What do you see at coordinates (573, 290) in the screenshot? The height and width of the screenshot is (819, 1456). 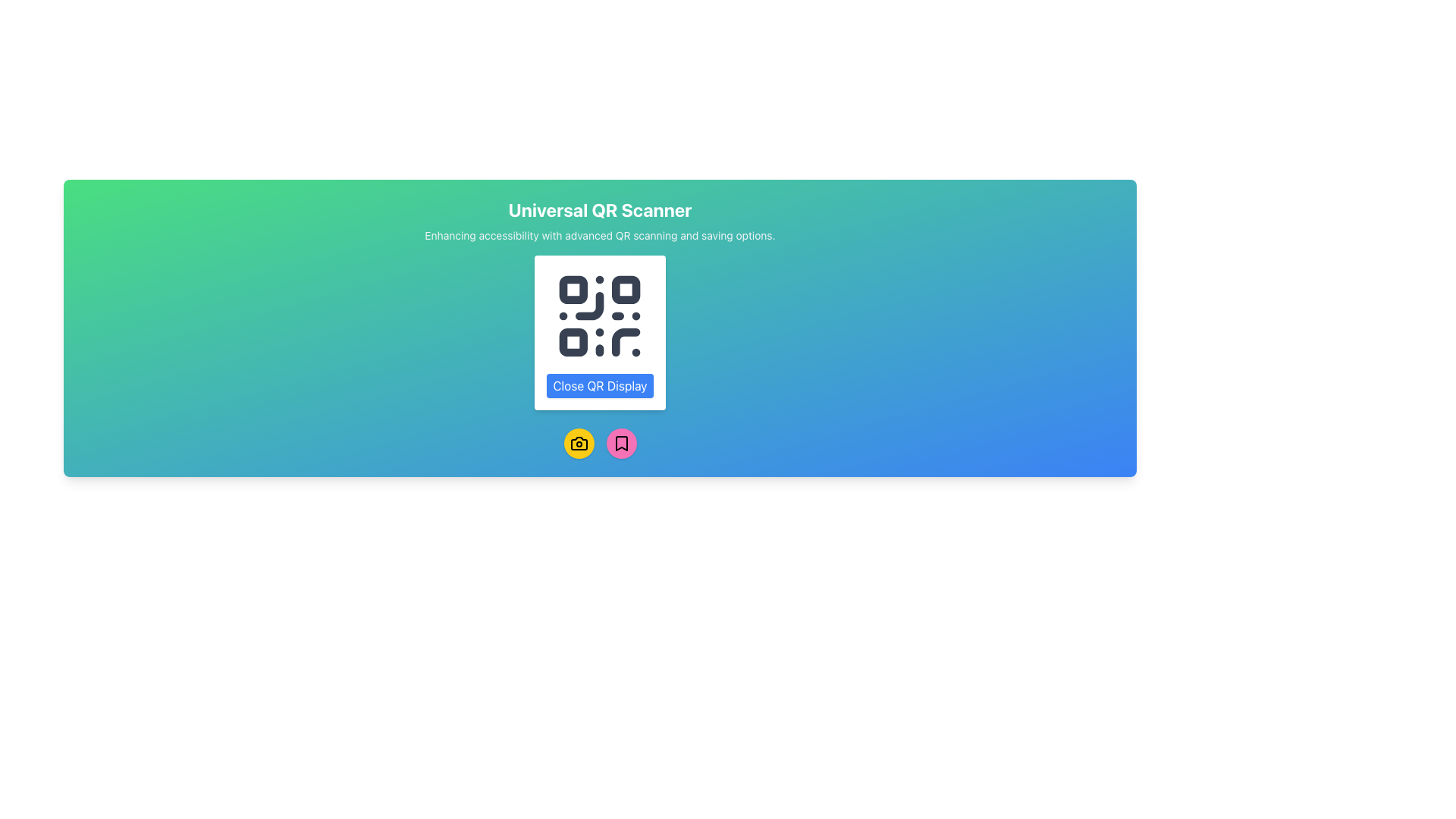 I see `the first decorative square from the left on the top row of the QR code pattern located in the center of the page` at bounding box center [573, 290].